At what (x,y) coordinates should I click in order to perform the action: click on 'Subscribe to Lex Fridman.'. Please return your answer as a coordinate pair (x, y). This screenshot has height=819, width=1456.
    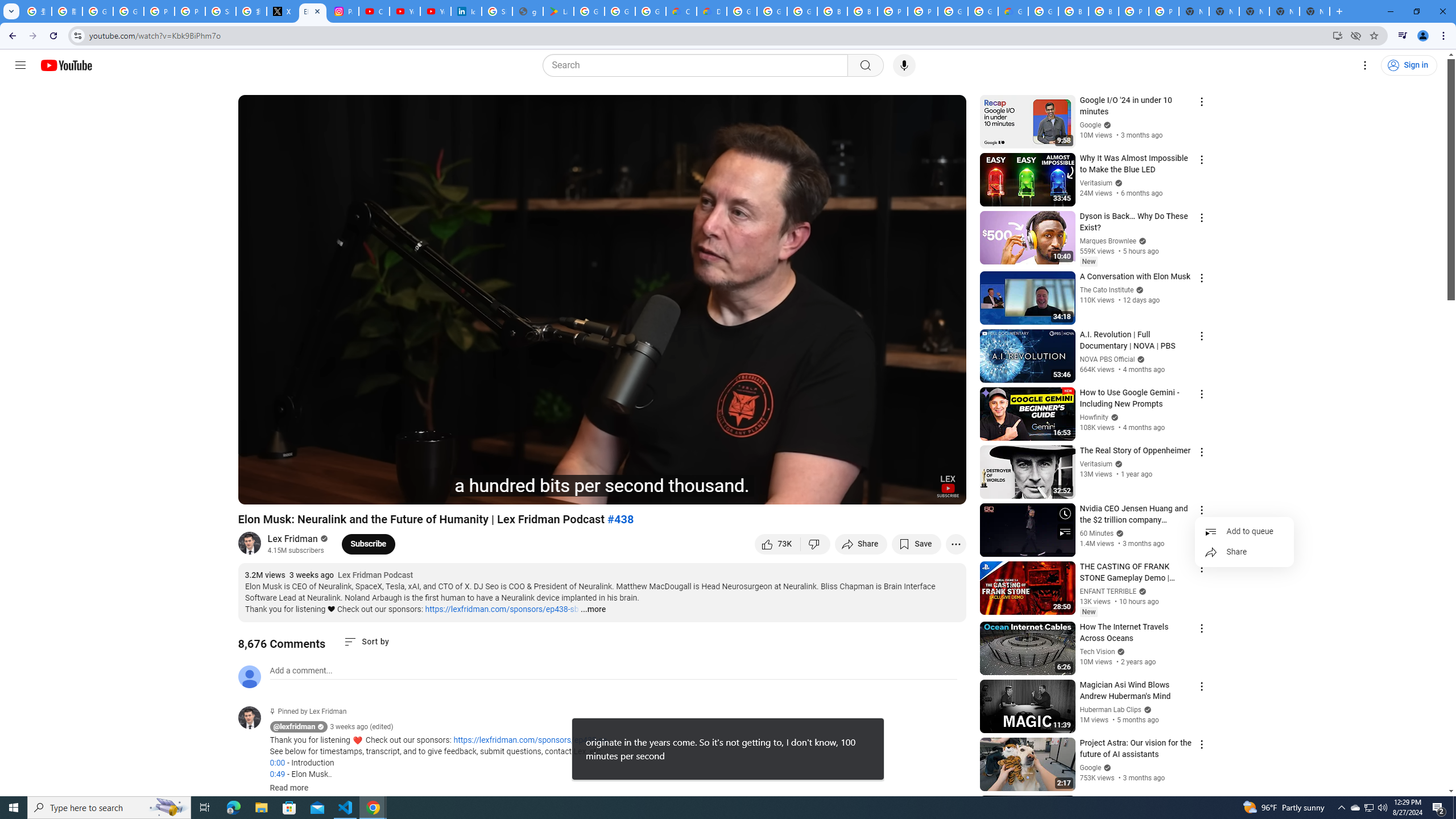
    Looking at the image, I should click on (368, 543).